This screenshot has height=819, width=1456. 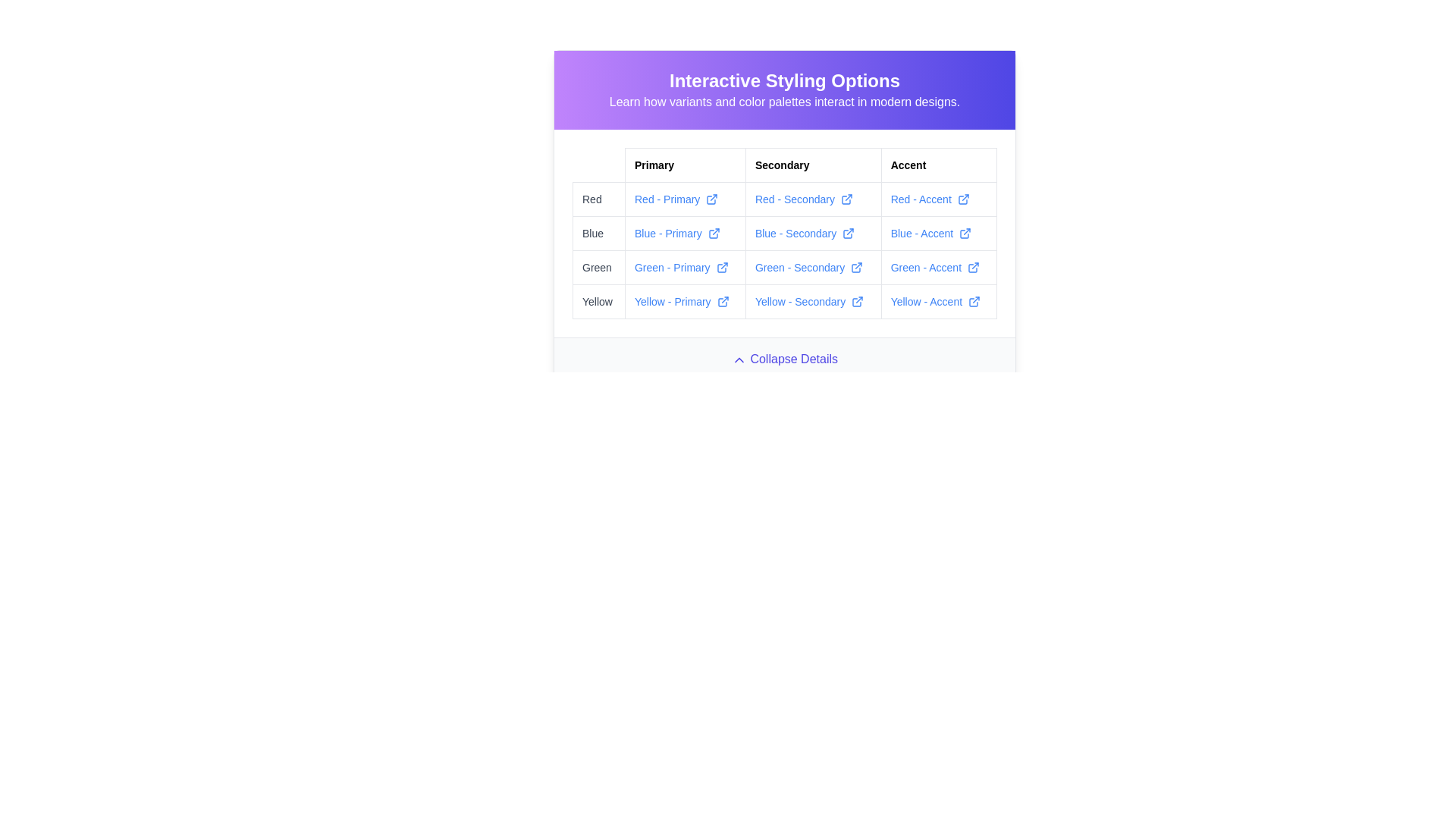 What do you see at coordinates (846, 198) in the screenshot?
I see `the external link icon adjacent to the 'Red - Secondary' text in the 'Secondary' column of the table` at bounding box center [846, 198].